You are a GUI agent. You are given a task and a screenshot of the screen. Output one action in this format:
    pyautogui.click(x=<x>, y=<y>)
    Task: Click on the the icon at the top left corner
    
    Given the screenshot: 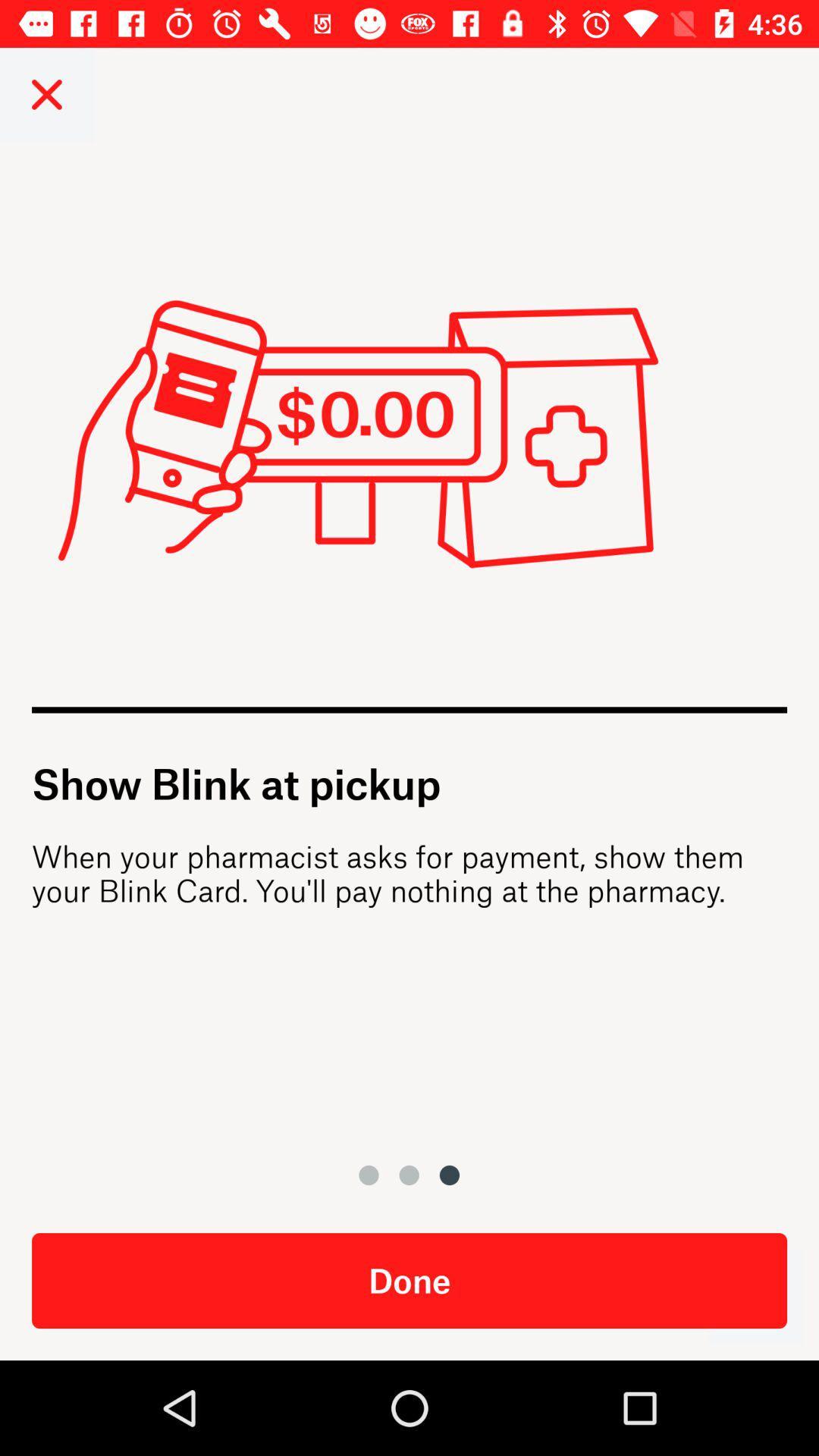 What is the action you would take?
    pyautogui.click(x=45, y=93)
    